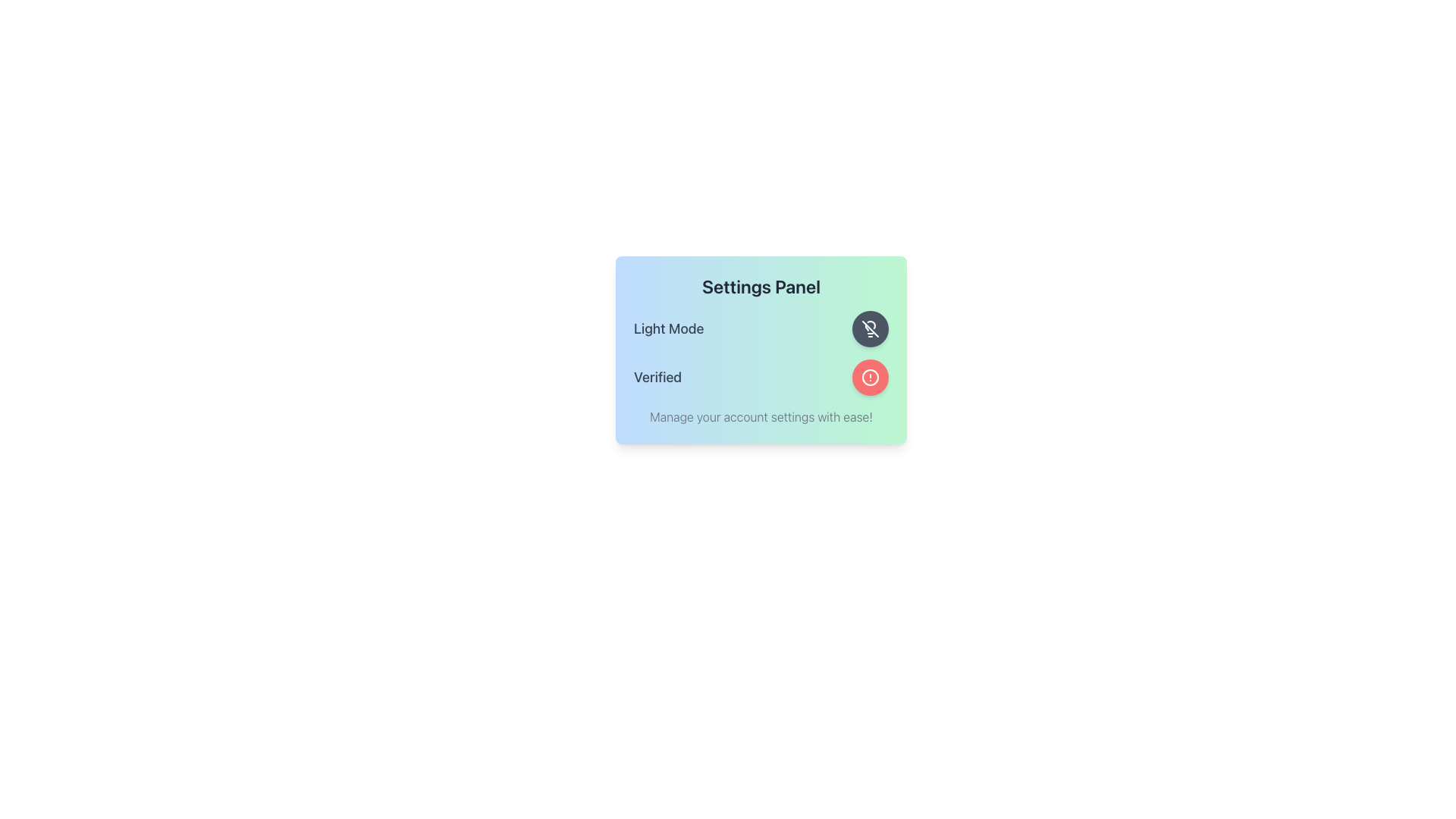 The height and width of the screenshot is (819, 1456). I want to click on the non-interactive text label displaying 'Verified' located on the left side of a red interactive button, so click(657, 376).